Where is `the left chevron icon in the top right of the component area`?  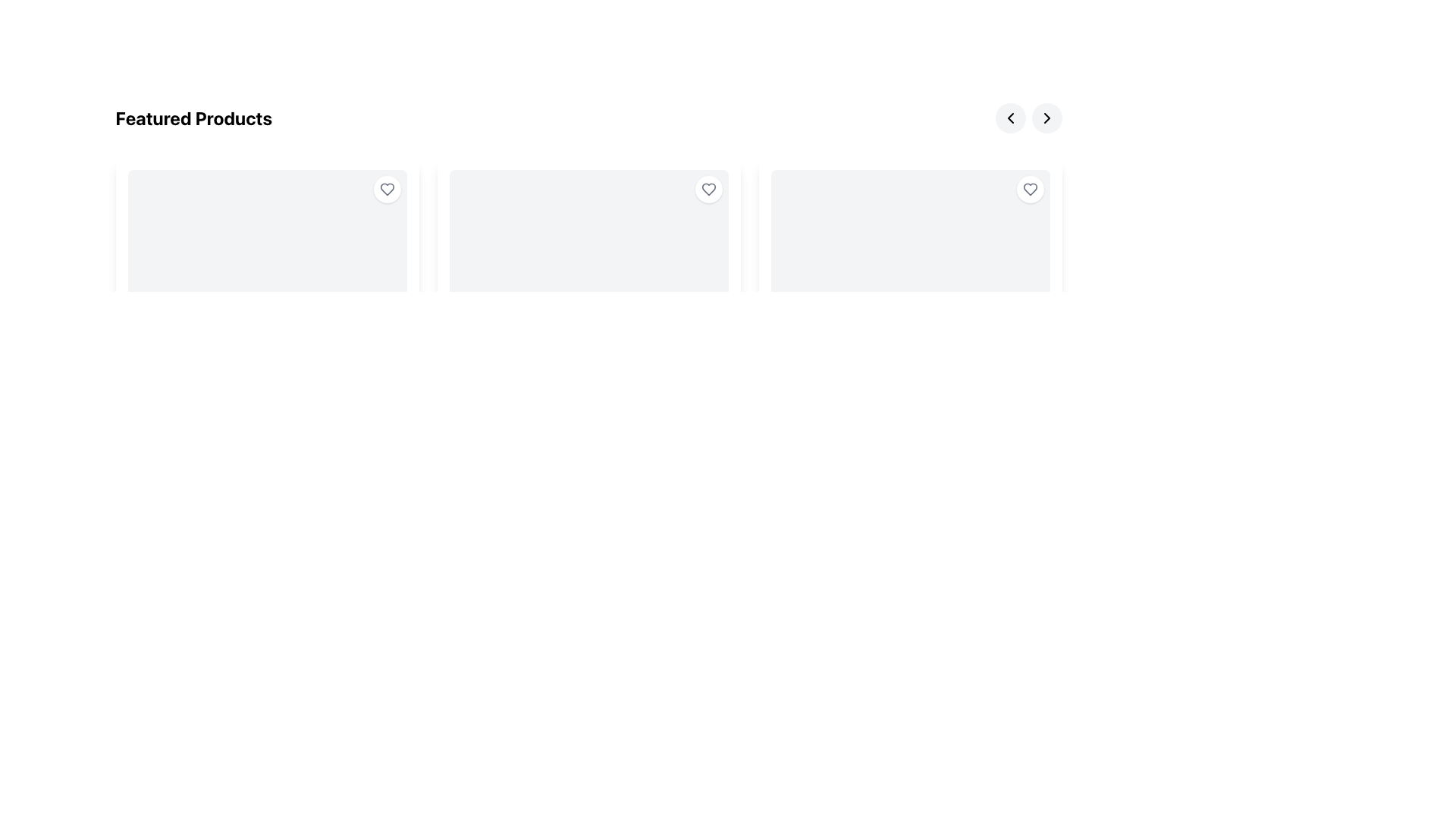 the left chevron icon in the top right of the component area is located at coordinates (1010, 117).